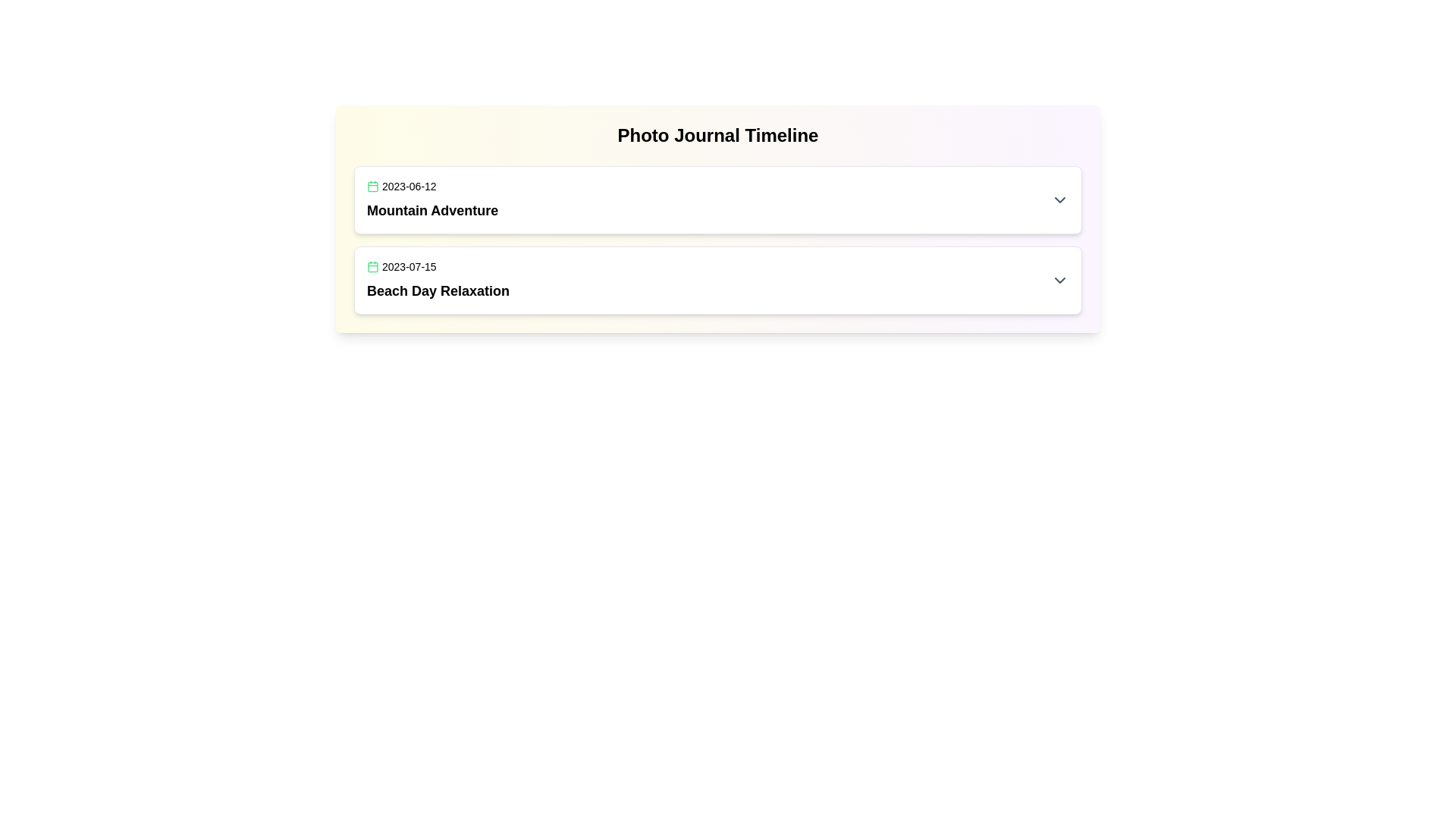 Image resolution: width=1456 pixels, height=819 pixels. What do you see at coordinates (438, 281) in the screenshot?
I see `the Text label displaying the date '2023-07-15' and the title 'Beach Day Relaxation', which is the second entry in the 'Photo Journal Timeline' interface` at bounding box center [438, 281].